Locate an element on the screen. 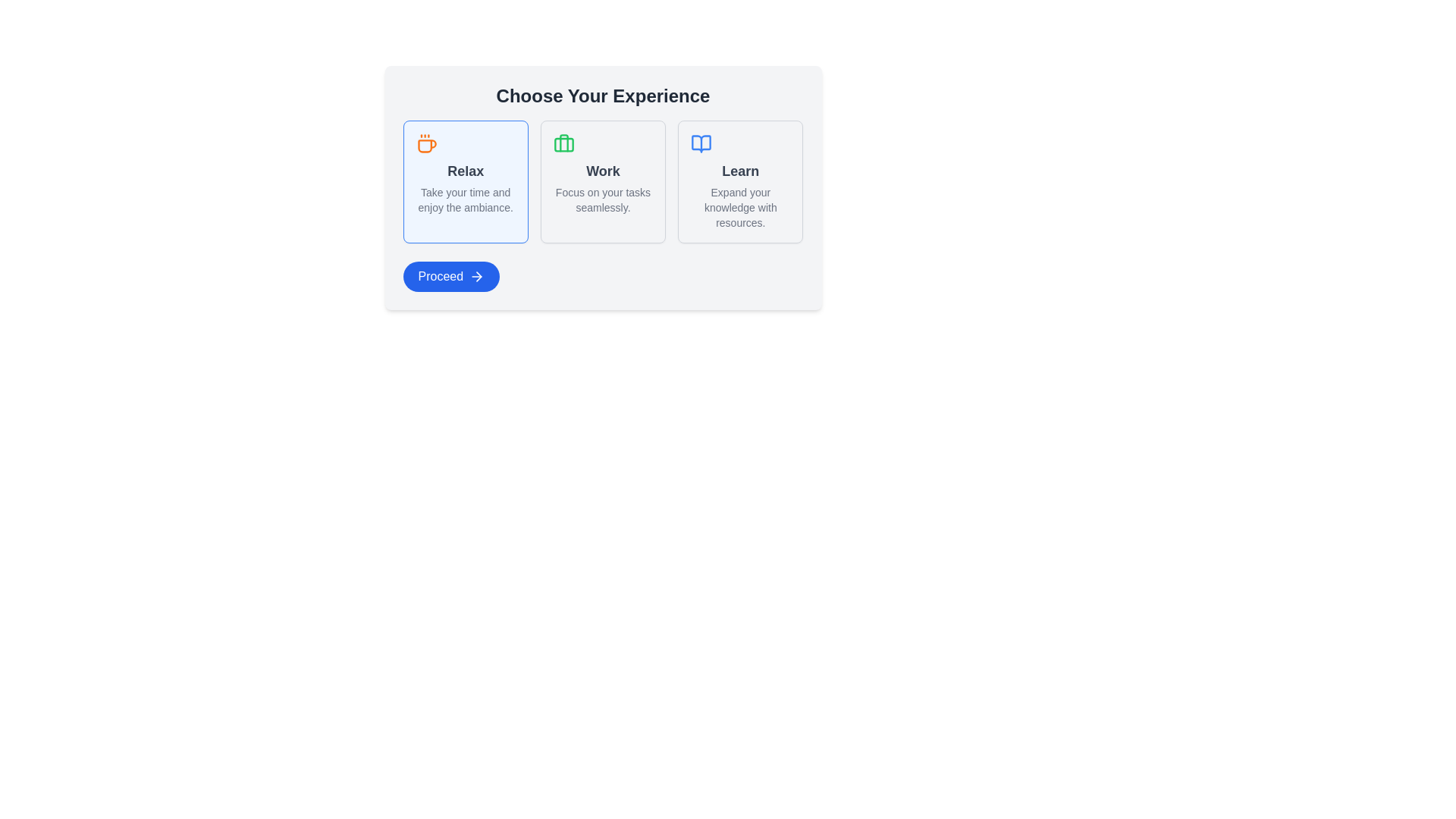 The width and height of the screenshot is (1456, 819). the third and rightmost card is located at coordinates (740, 180).